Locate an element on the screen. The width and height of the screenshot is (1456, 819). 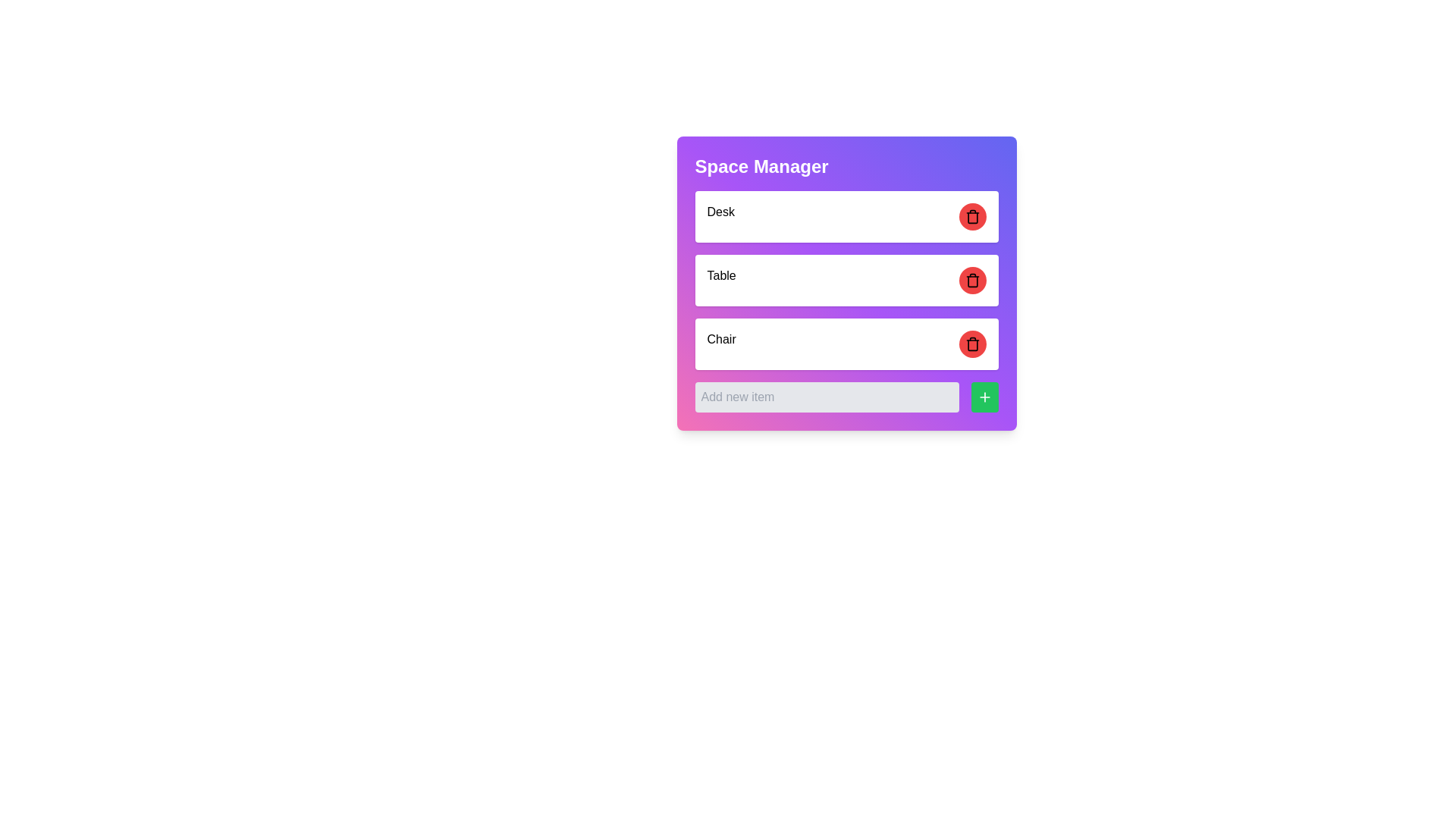
the static text label reading 'Chair' is located at coordinates (720, 344).